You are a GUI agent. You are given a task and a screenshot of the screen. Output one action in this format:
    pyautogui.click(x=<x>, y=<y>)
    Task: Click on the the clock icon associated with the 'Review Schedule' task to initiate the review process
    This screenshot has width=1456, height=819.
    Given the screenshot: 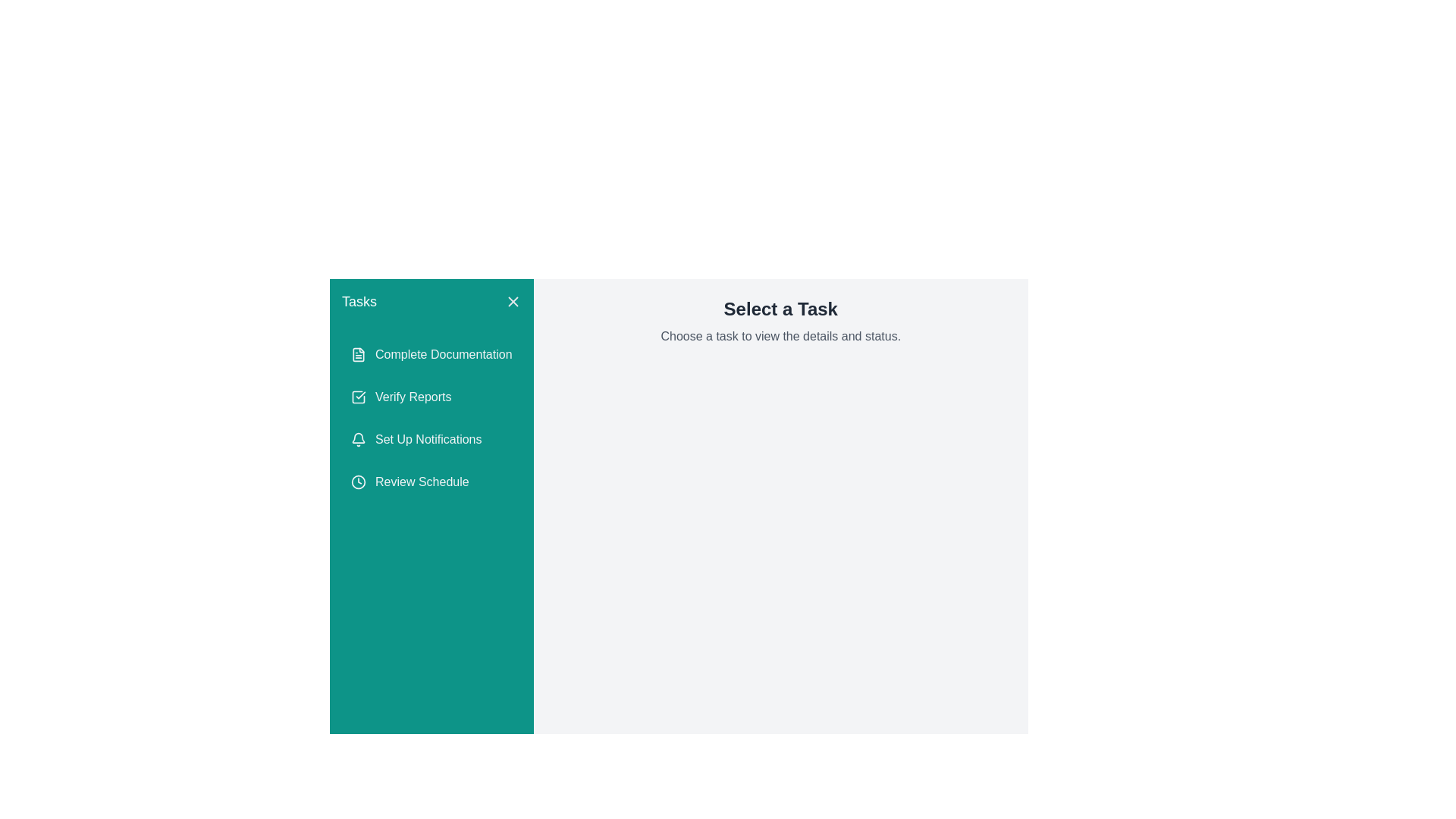 What is the action you would take?
    pyautogui.click(x=358, y=482)
    